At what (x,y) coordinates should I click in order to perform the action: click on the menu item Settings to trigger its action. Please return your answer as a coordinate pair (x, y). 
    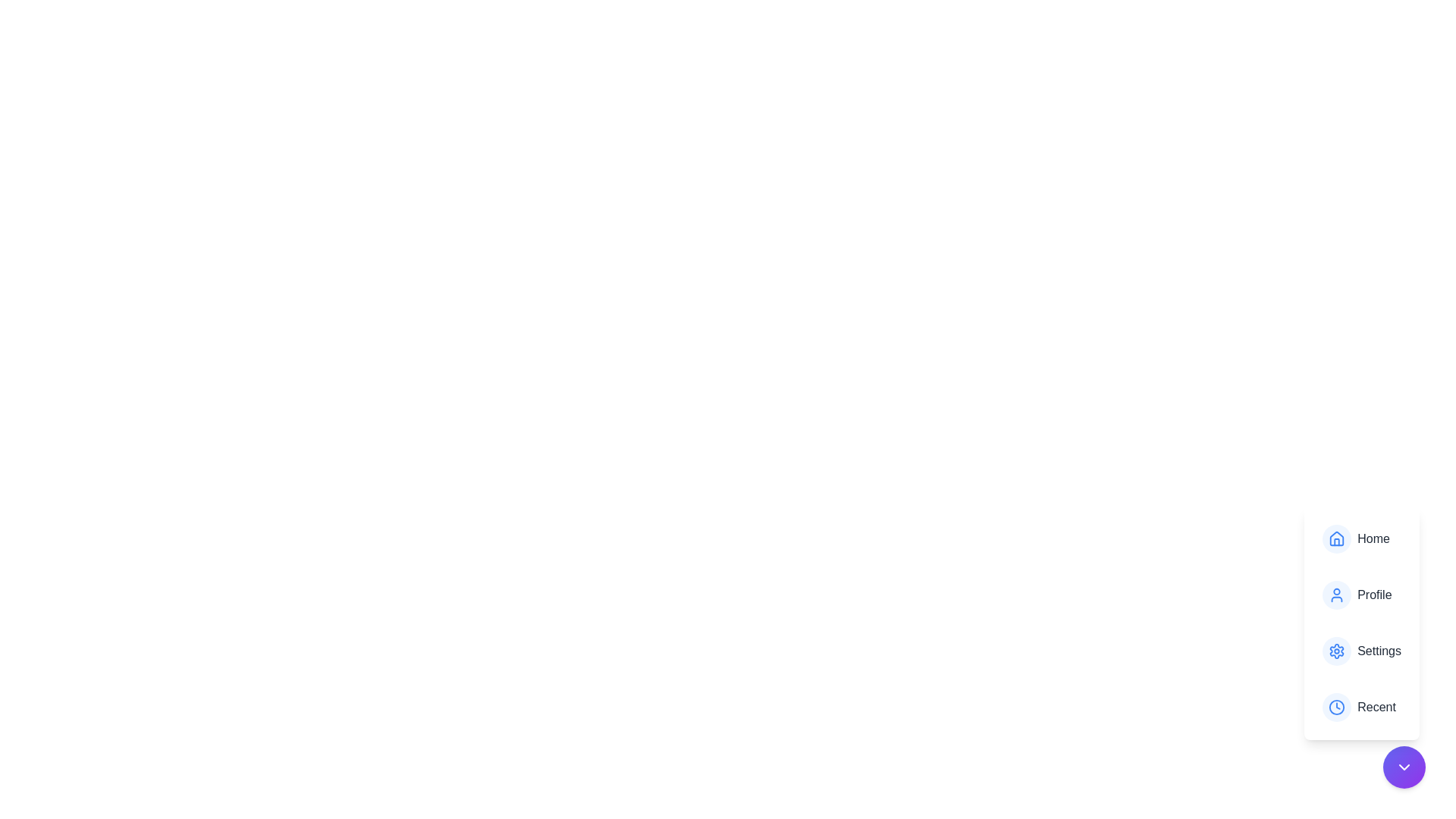
    Looking at the image, I should click on (1362, 651).